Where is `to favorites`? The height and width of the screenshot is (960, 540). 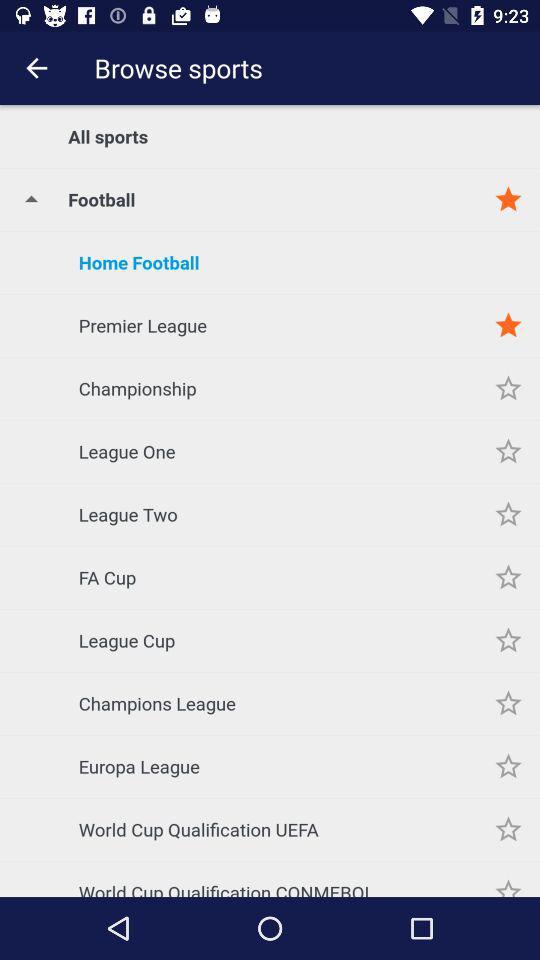
to favorites is located at coordinates (508, 765).